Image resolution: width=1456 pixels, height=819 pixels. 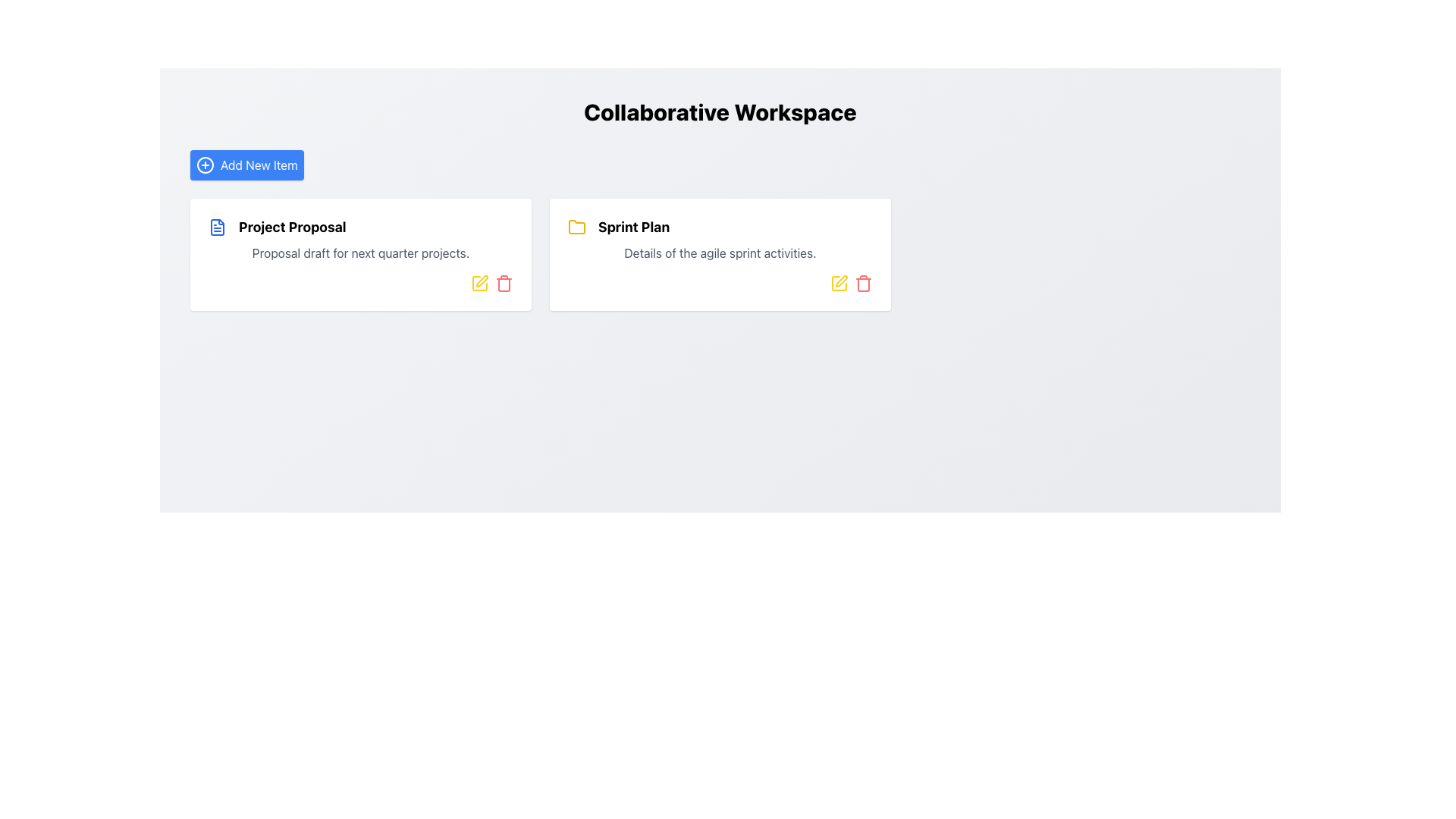 I want to click on the header text element that summarizes the purpose of the collaborative workspace, positioned at the top of the visible content above the 'Add New Item' button, so click(x=720, y=111).